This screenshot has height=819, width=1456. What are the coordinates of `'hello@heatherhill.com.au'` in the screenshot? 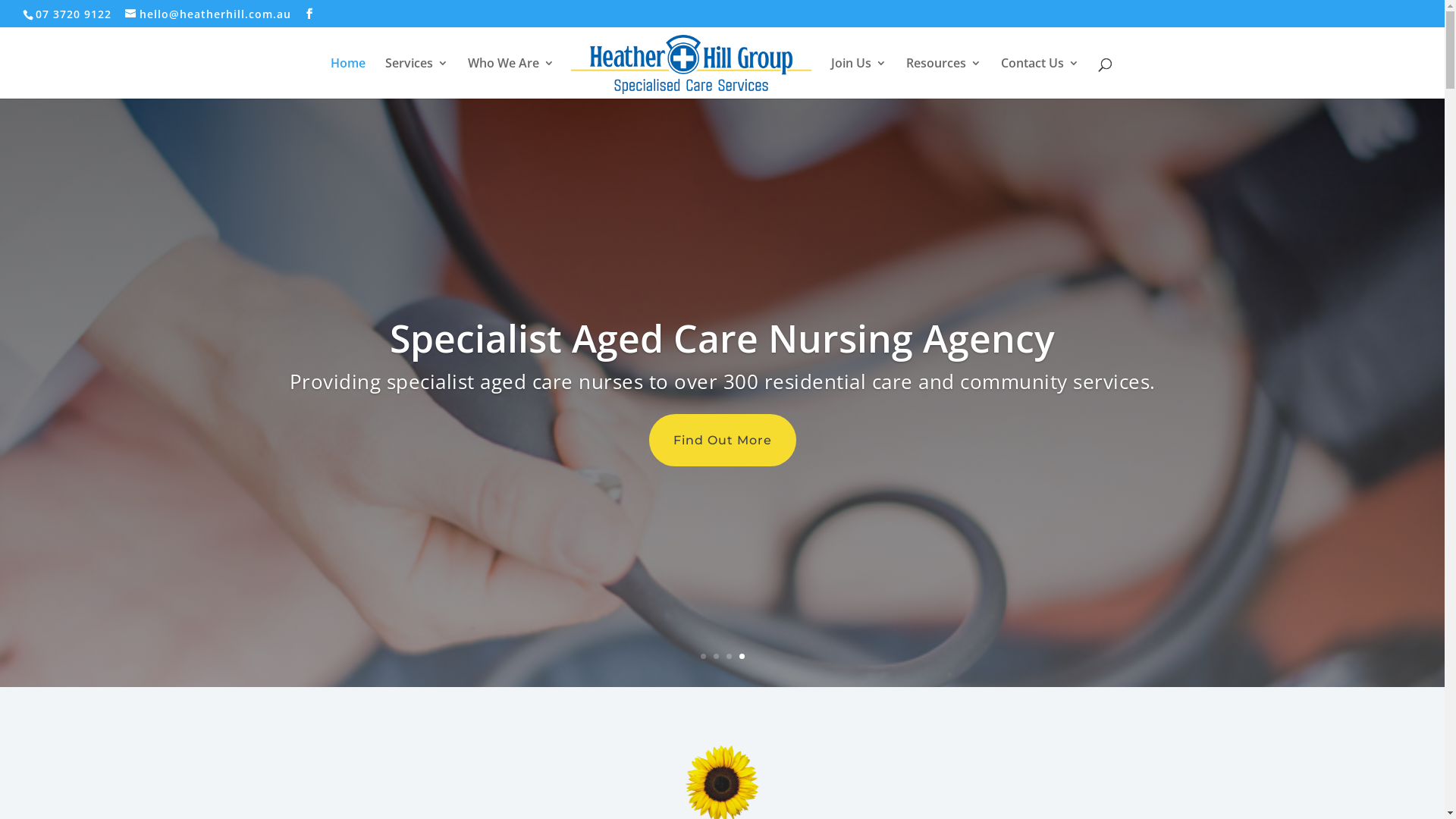 It's located at (207, 13).